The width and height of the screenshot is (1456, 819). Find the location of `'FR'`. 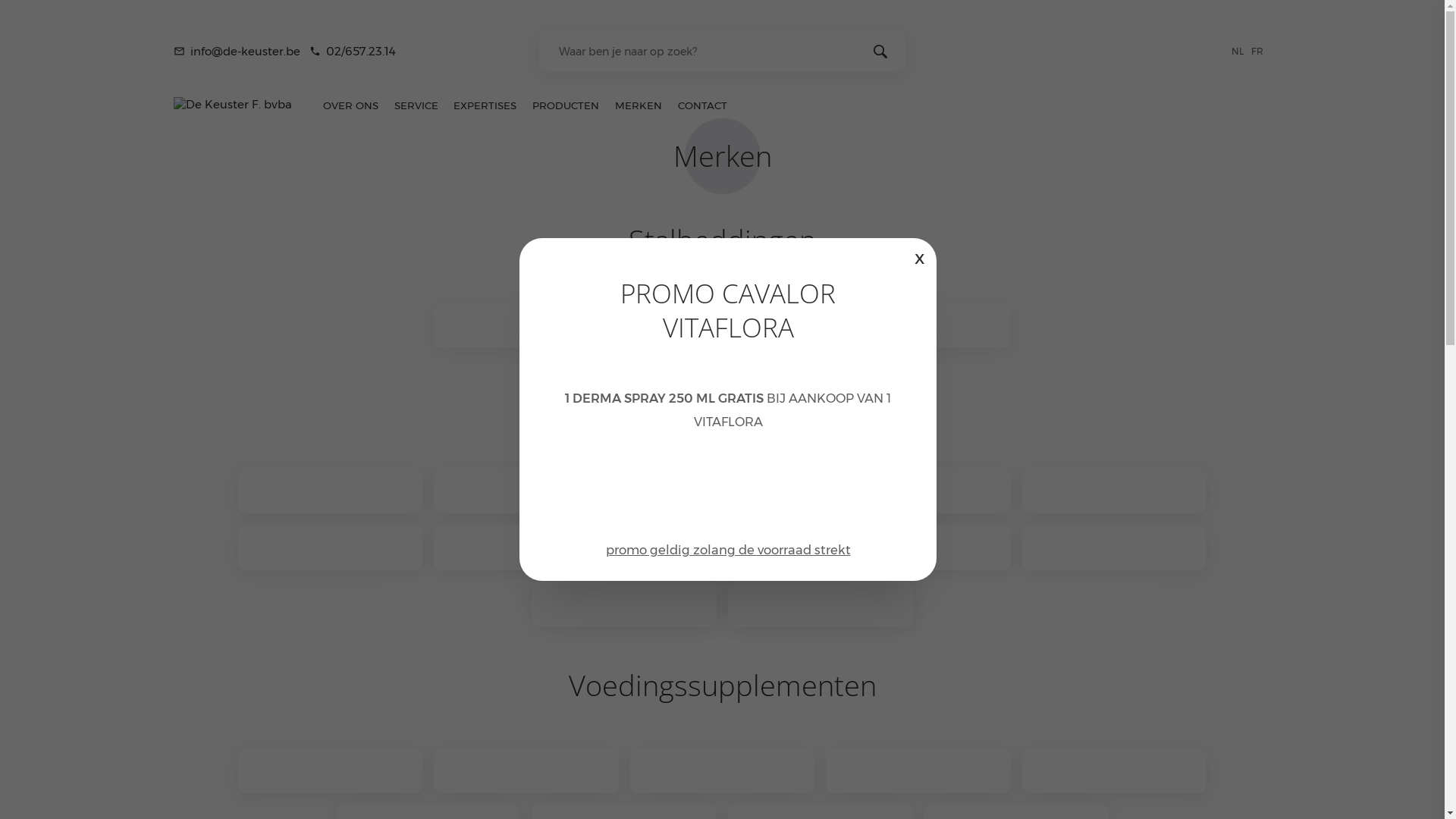

'FR' is located at coordinates (1260, 49).